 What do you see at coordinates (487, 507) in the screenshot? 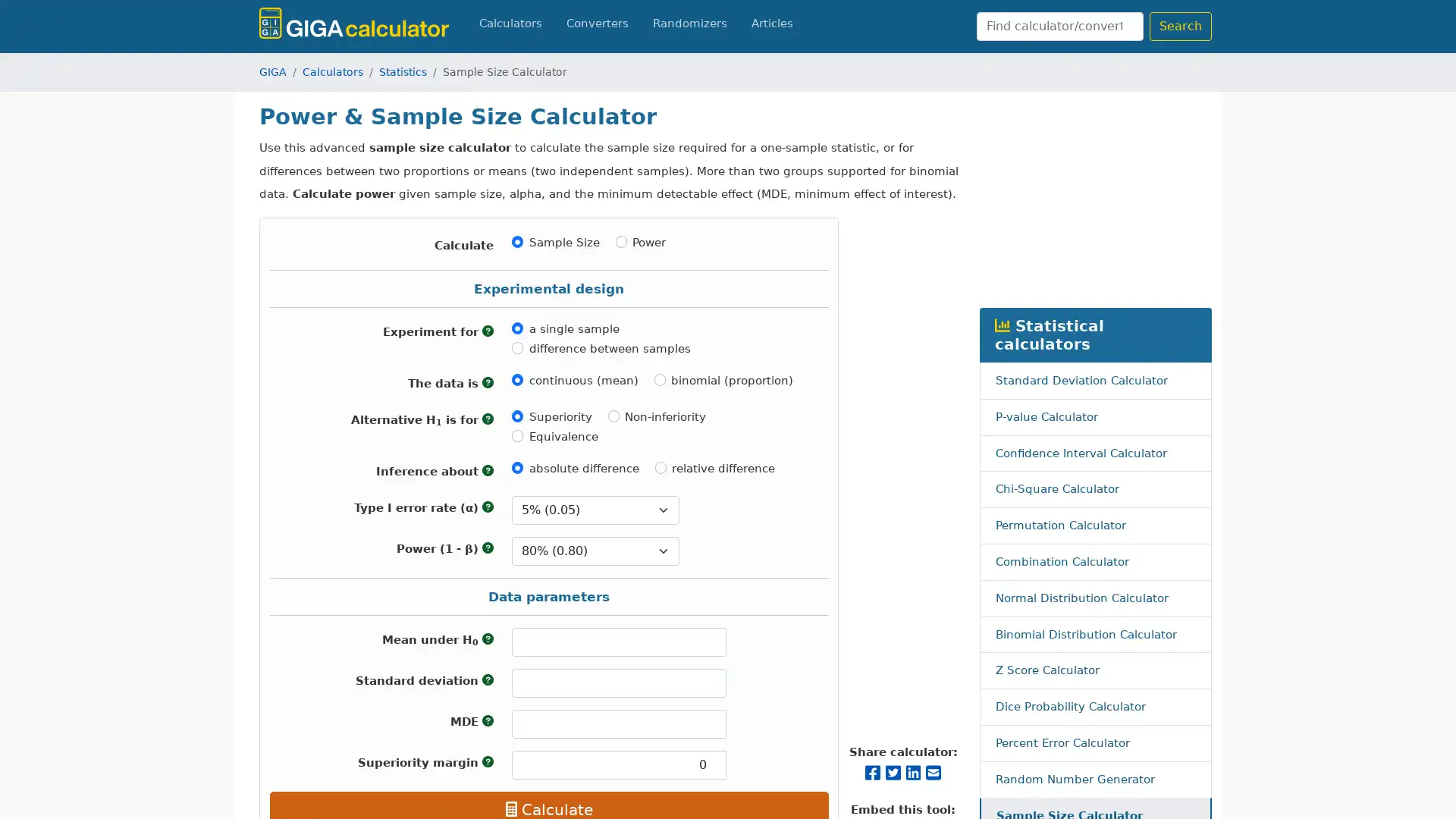
I see `Help: Type I error rate ()` at bounding box center [487, 507].